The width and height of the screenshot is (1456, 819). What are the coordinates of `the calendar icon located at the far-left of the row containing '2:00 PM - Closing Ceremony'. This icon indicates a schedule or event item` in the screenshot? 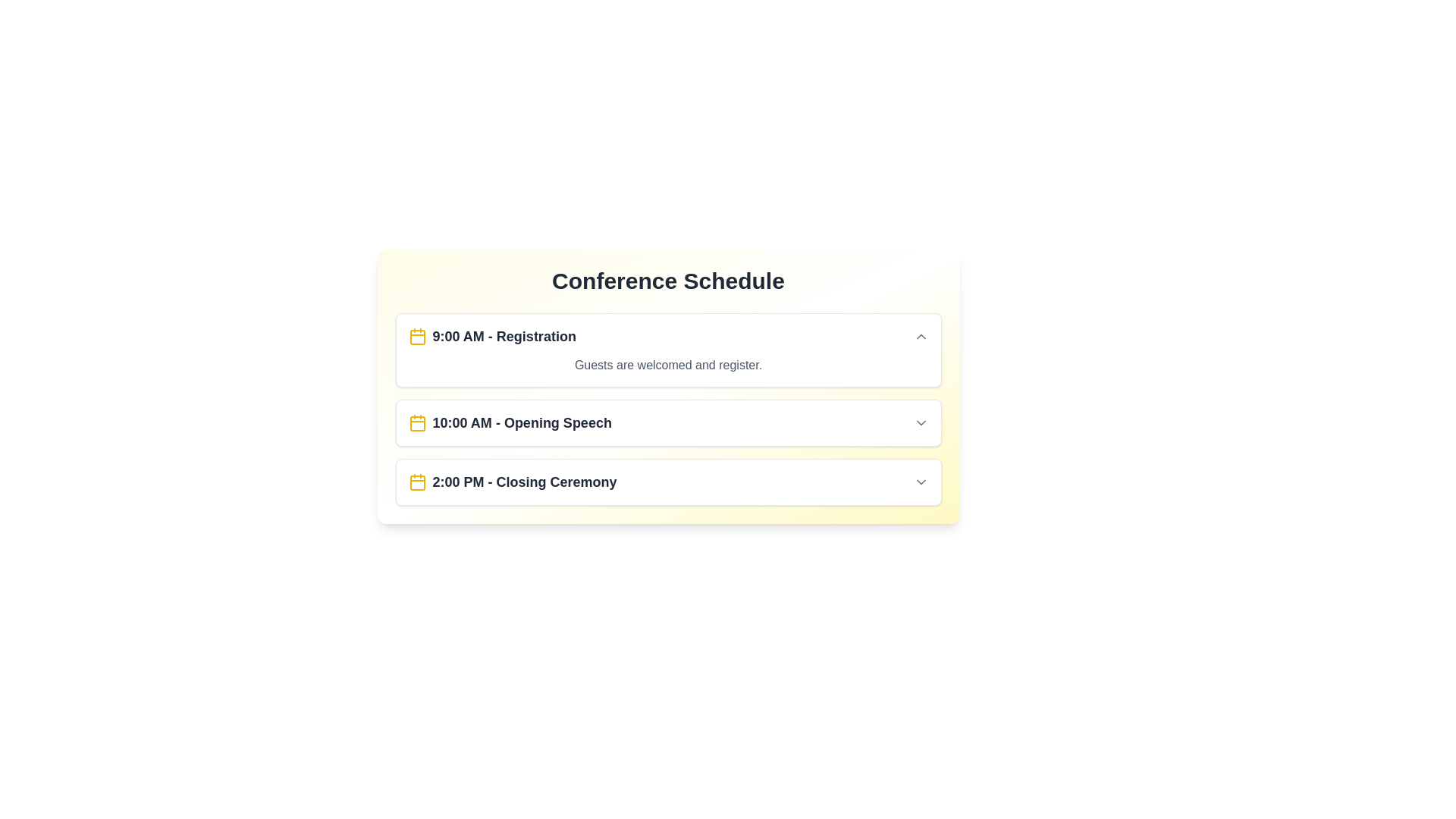 It's located at (417, 482).